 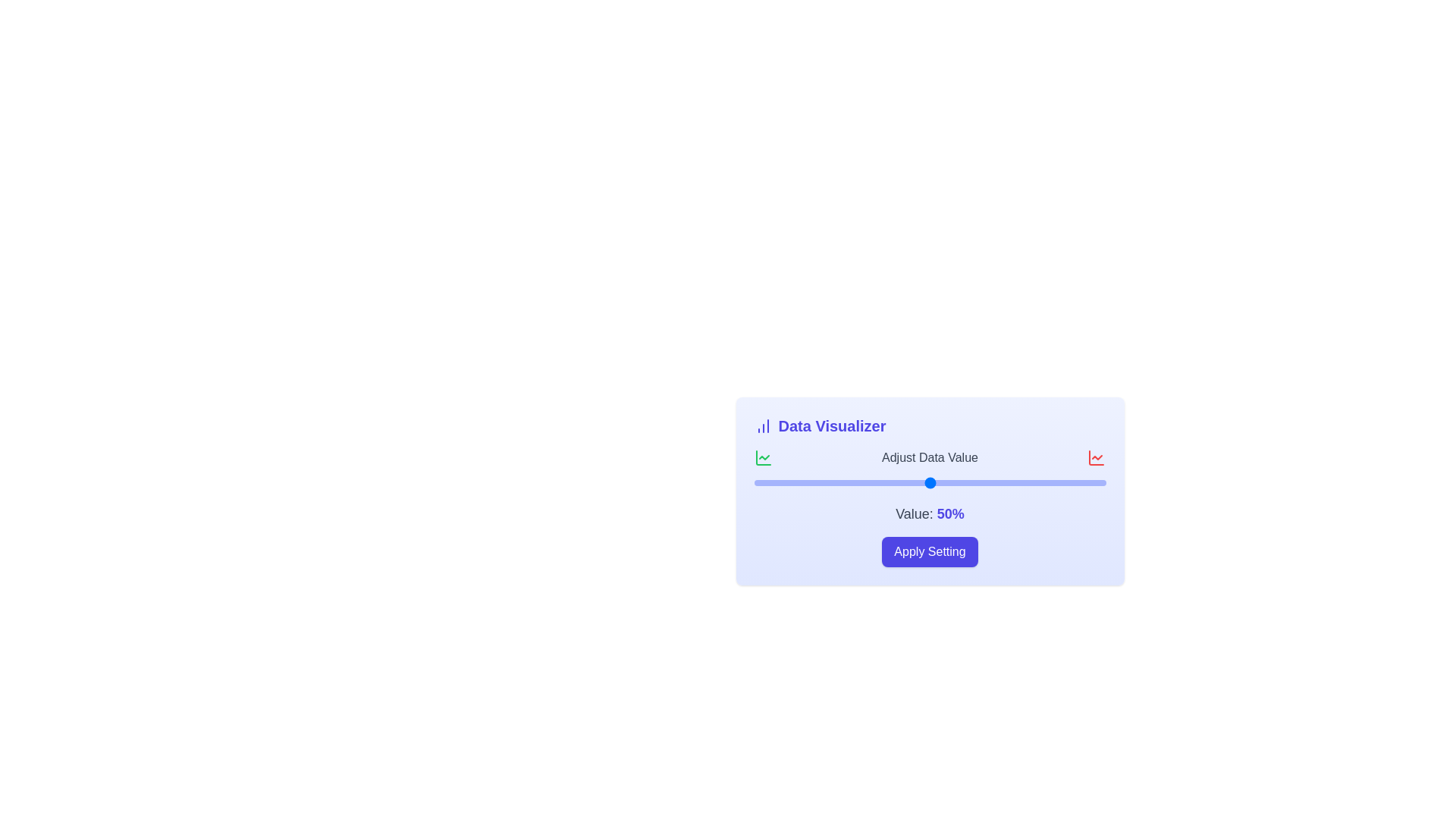 I want to click on the icon in the top-right corner of the 'Data Visualizer' panel, which is associated with adjusting data values, so click(x=1097, y=457).